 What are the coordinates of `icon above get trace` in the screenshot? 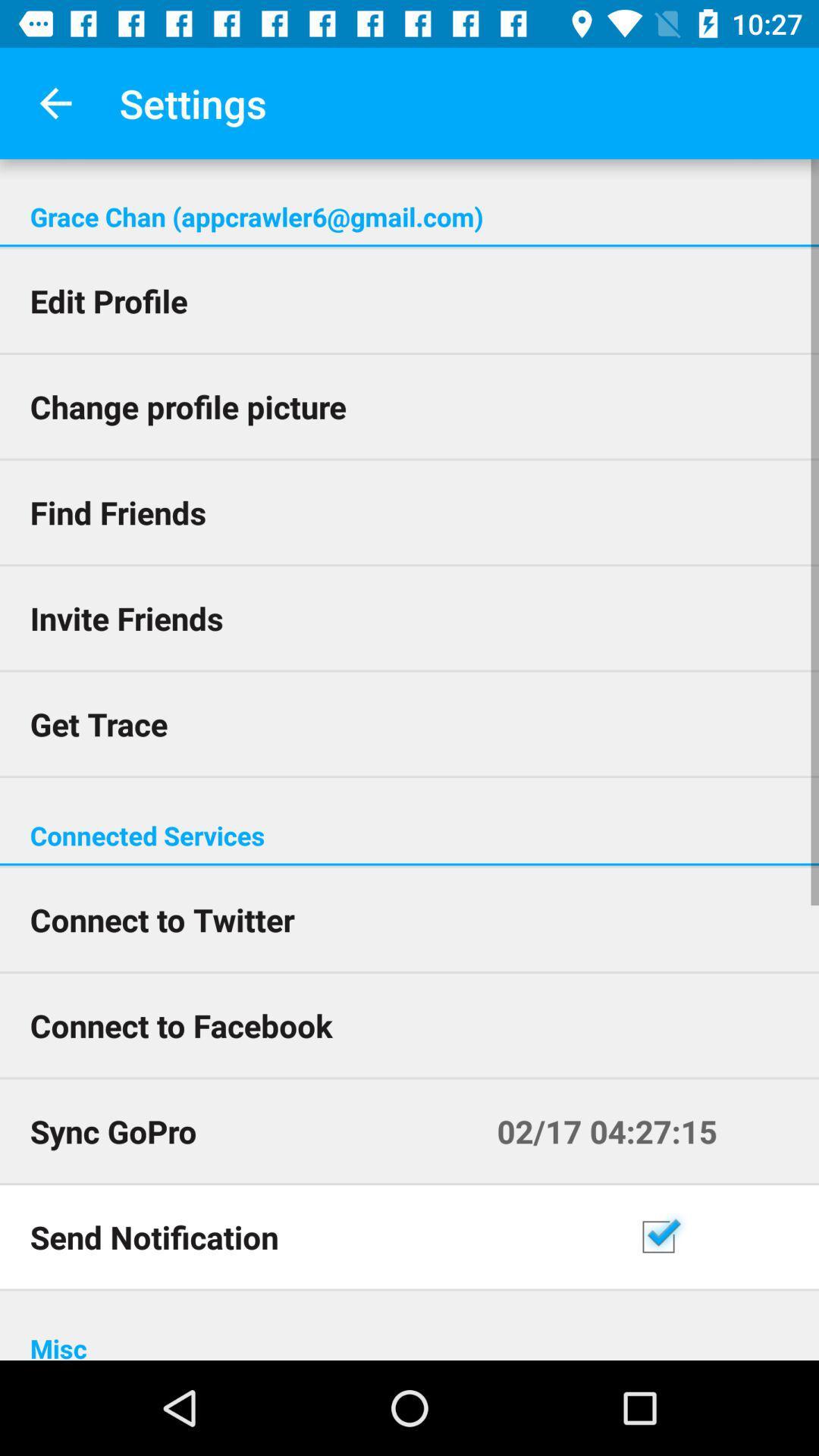 It's located at (409, 618).